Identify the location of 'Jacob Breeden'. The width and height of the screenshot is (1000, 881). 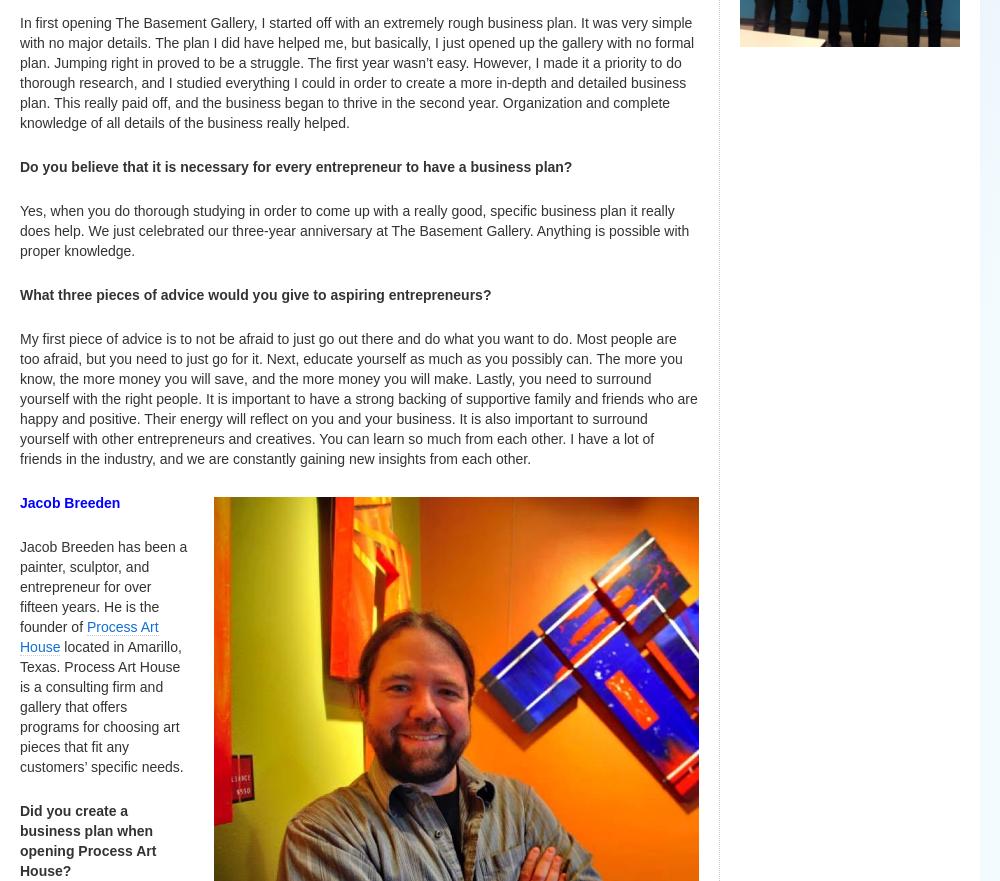
(71, 501).